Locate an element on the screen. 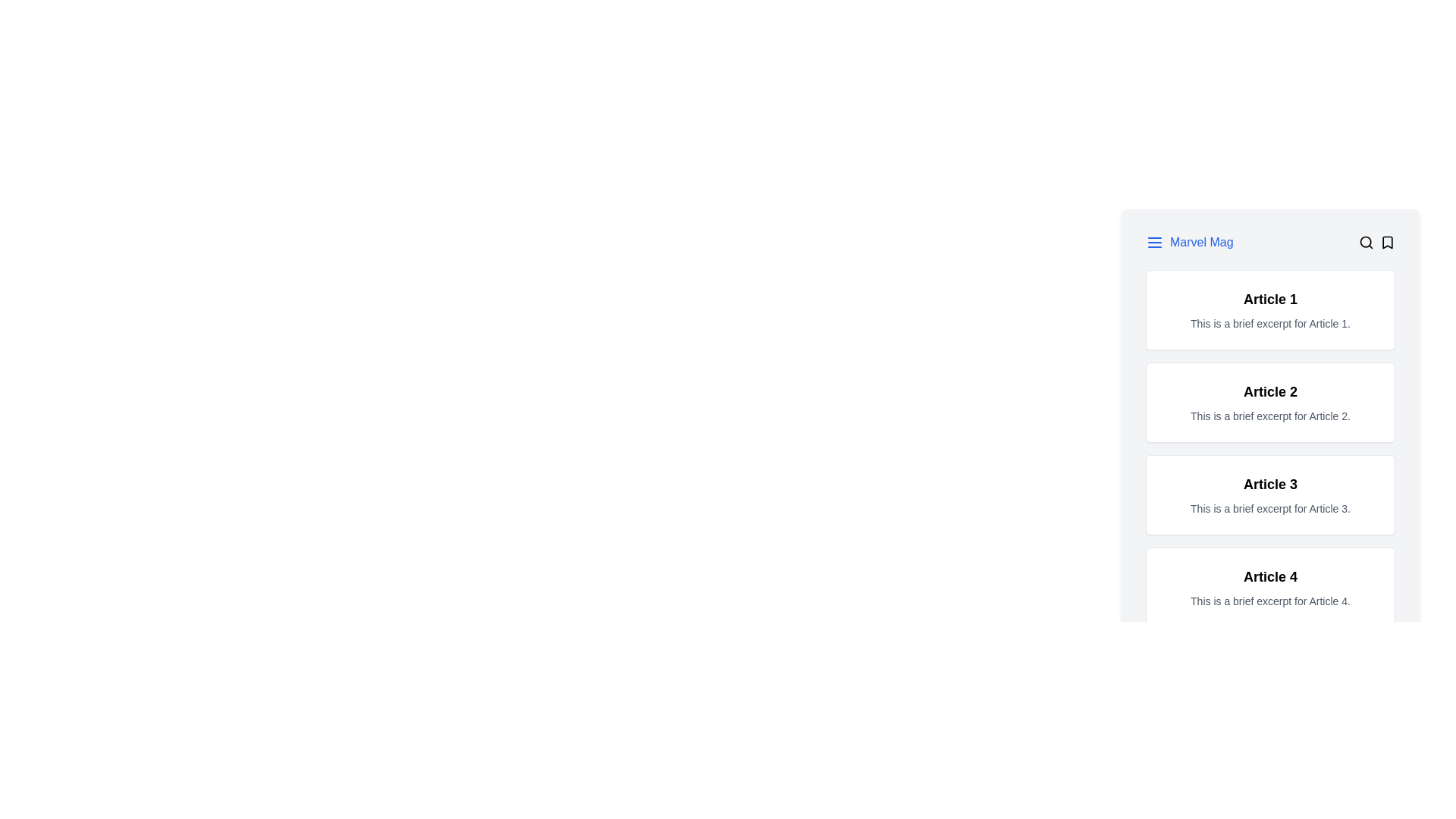 This screenshot has height=819, width=1456. title text located at the top of the first card in a vertical list of cards is located at coordinates (1270, 299).